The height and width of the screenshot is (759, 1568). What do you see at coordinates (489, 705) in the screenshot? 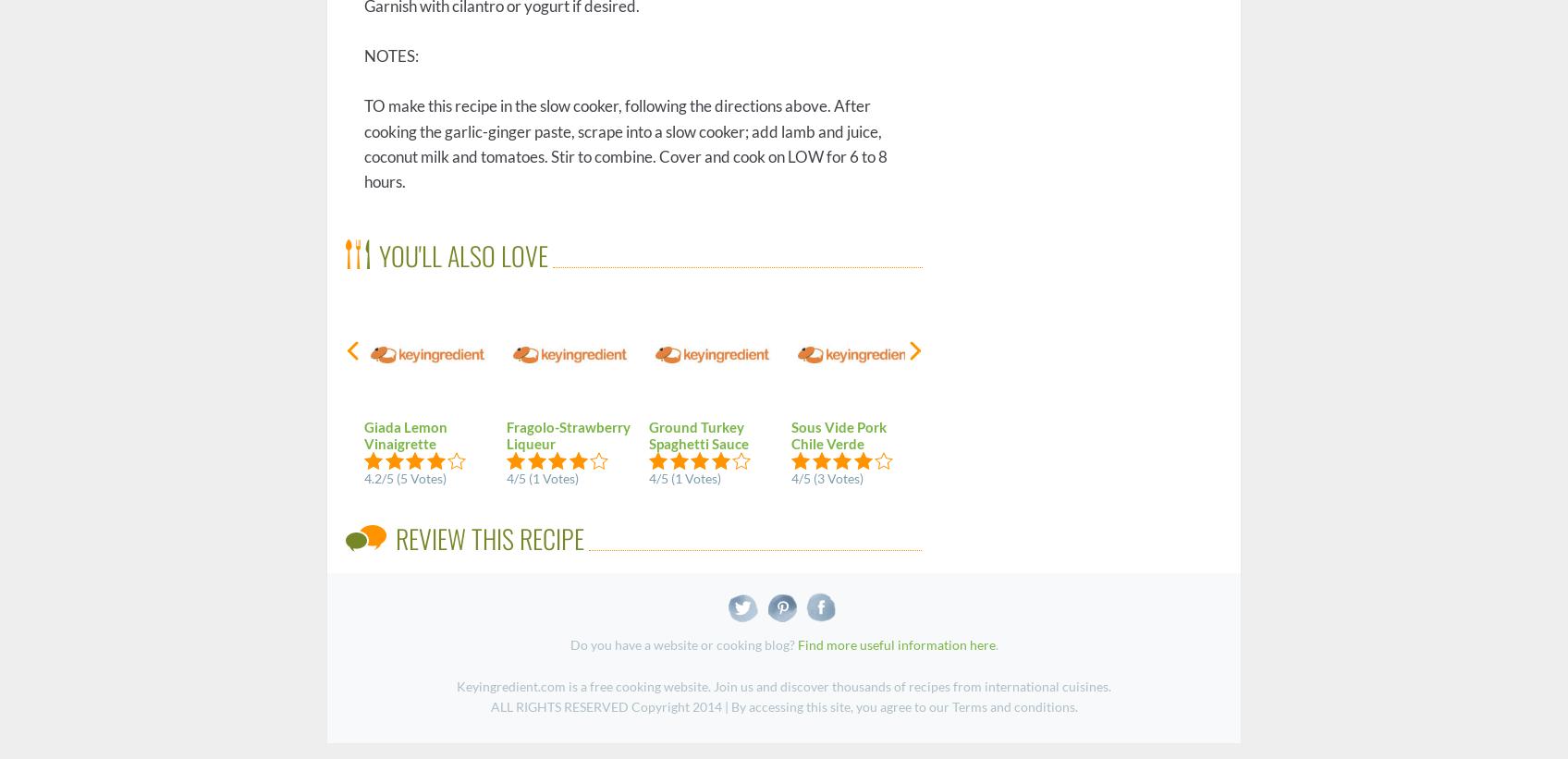
I see `'ALL RIGHTS RESERVED Copyright 2014 | By accessing this site, you agree to our Terms and conditions.'` at bounding box center [489, 705].